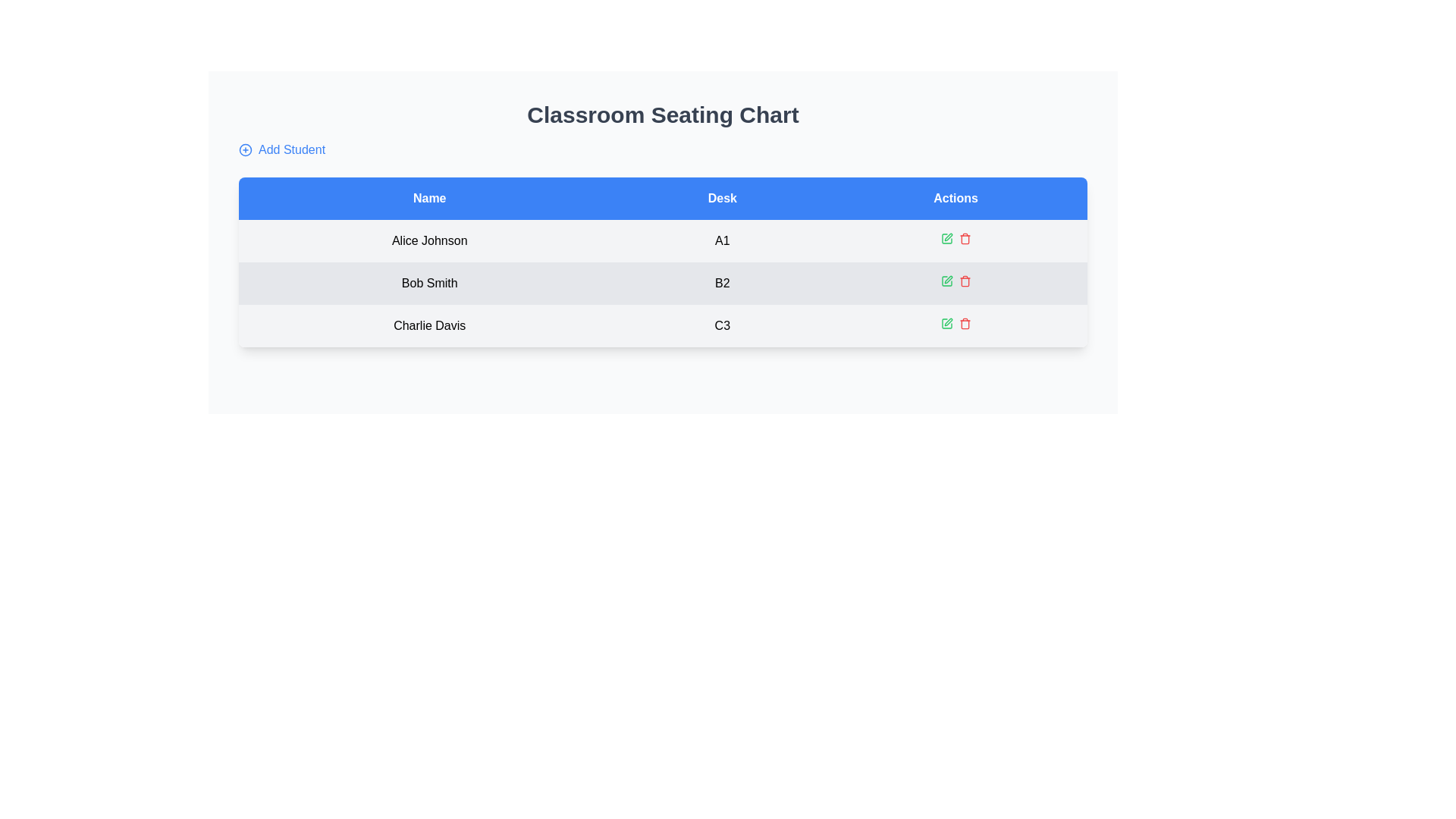  Describe the element at coordinates (282, 149) in the screenshot. I see `the button for adding new students, located near the top left of the page beneath the 'Classroom Seating Chart' heading` at that location.